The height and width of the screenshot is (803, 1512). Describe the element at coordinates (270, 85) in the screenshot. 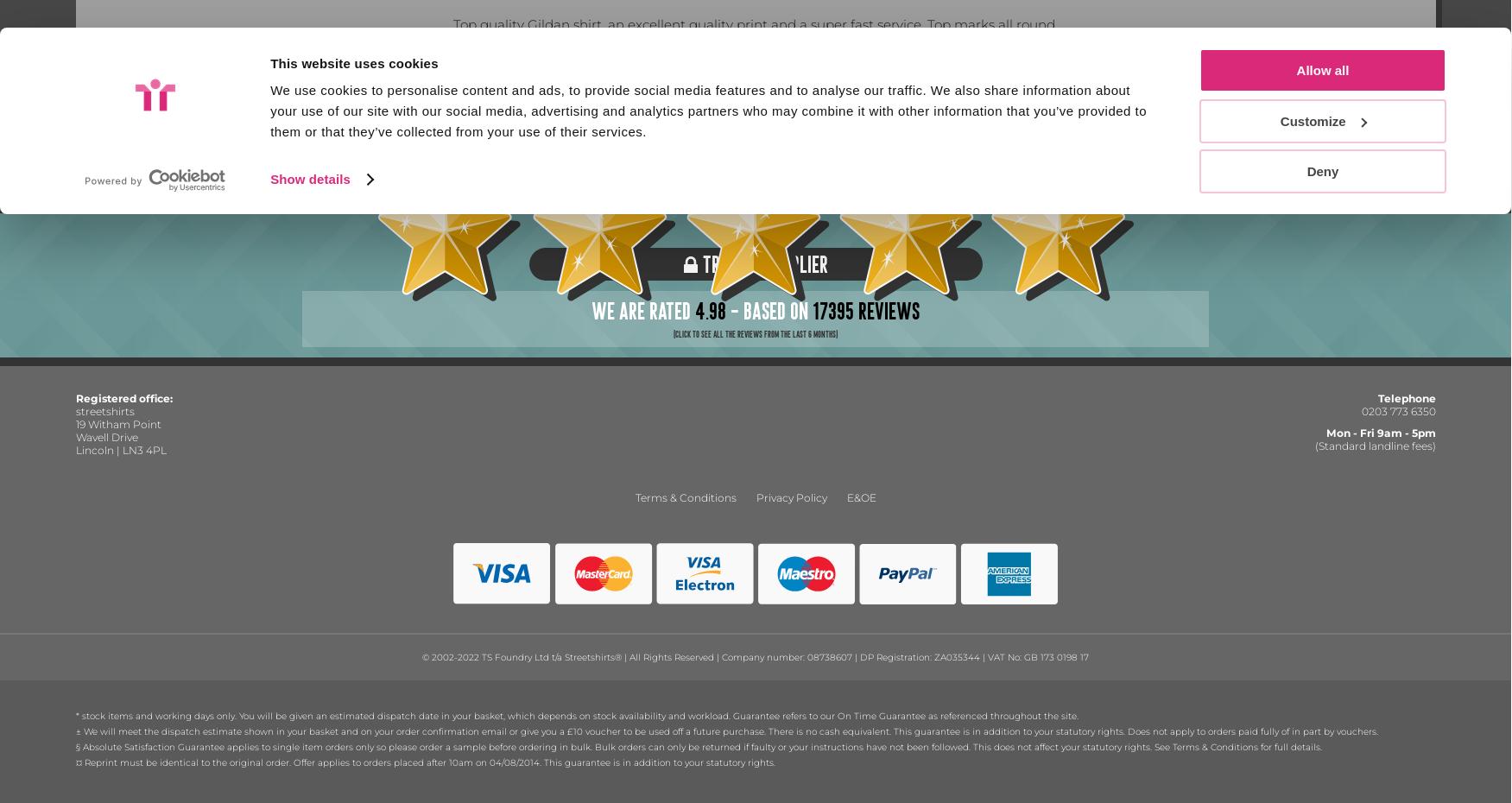

I see `'Show details'` at that location.